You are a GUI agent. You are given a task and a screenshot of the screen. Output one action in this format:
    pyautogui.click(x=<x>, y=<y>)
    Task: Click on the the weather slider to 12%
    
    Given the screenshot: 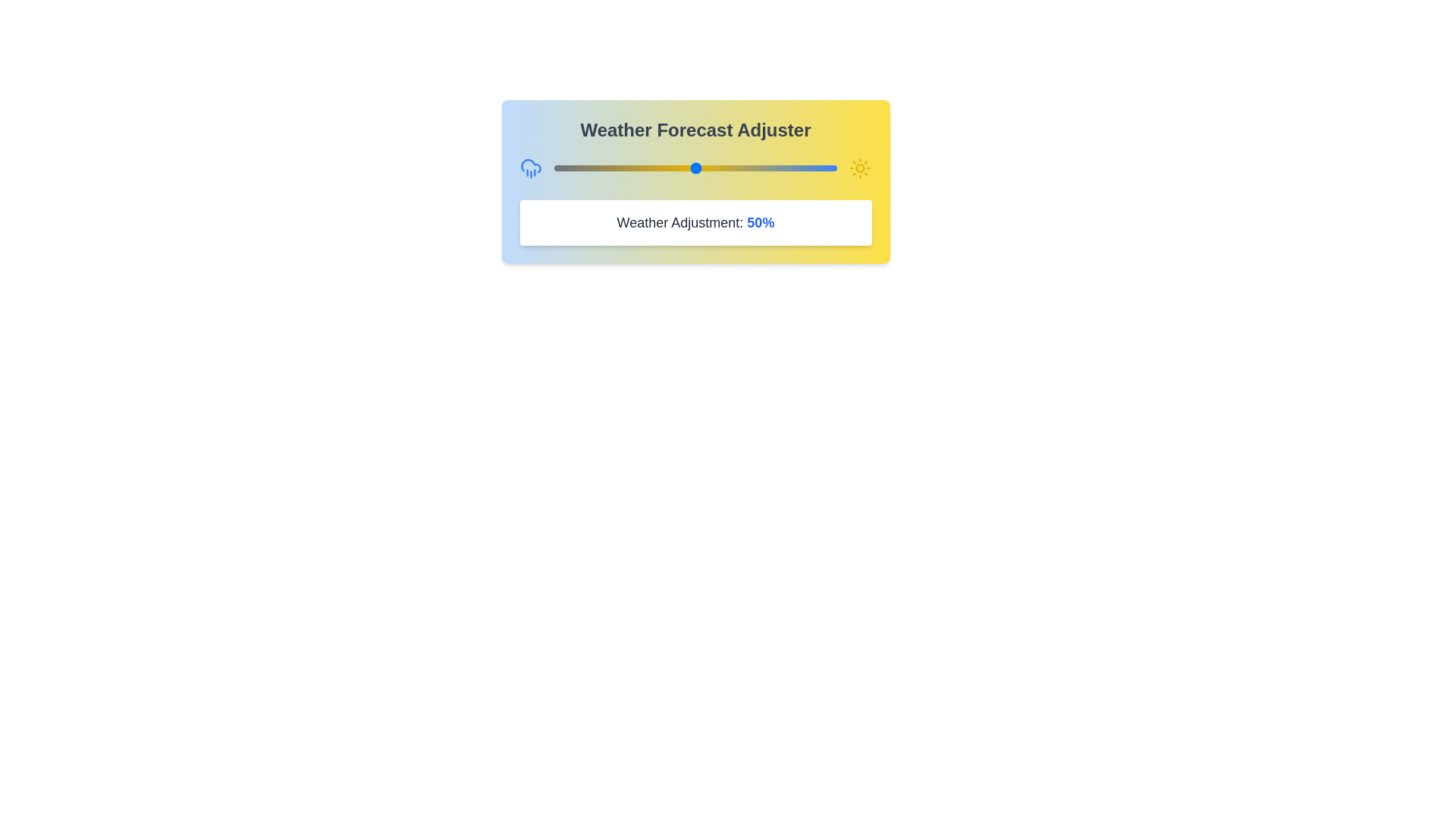 What is the action you would take?
    pyautogui.click(x=587, y=168)
    